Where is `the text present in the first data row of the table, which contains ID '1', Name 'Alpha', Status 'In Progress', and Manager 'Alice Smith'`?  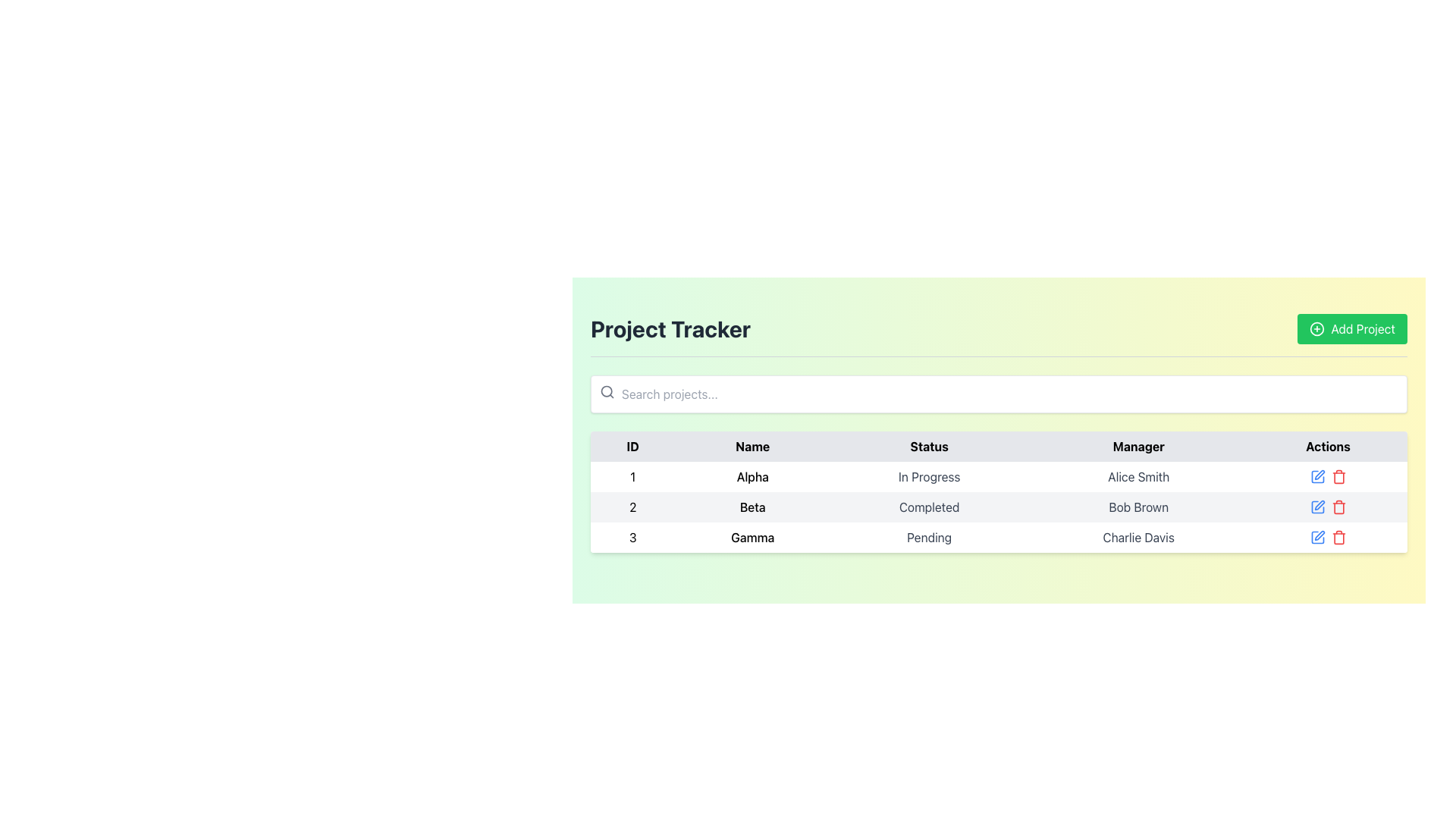
the text present in the first data row of the table, which contains ID '1', Name 'Alpha', Status 'In Progress', and Manager 'Alice Smith' is located at coordinates (999, 475).